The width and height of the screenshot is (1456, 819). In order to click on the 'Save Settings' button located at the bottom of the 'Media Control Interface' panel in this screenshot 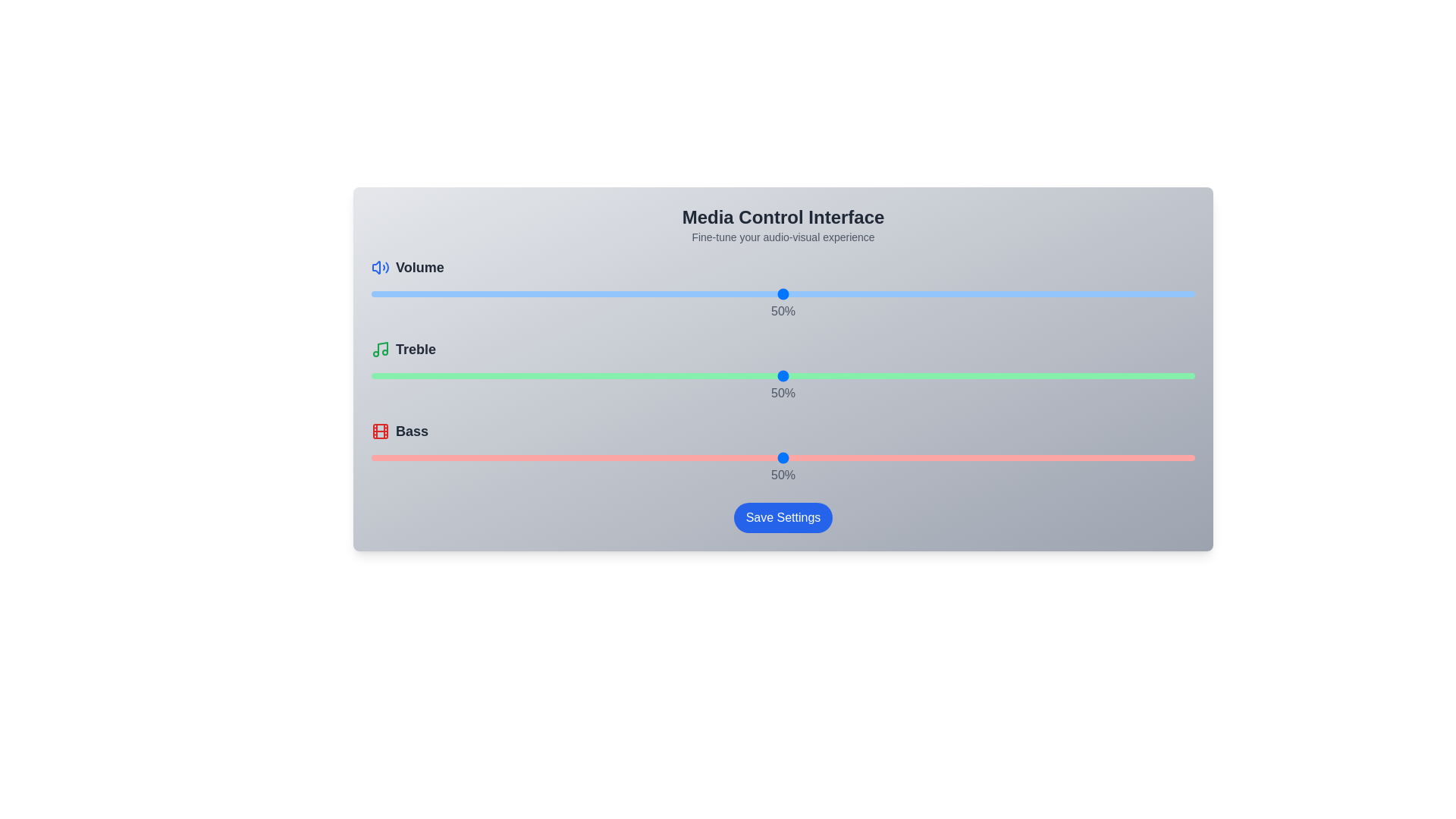, I will do `click(783, 516)`.